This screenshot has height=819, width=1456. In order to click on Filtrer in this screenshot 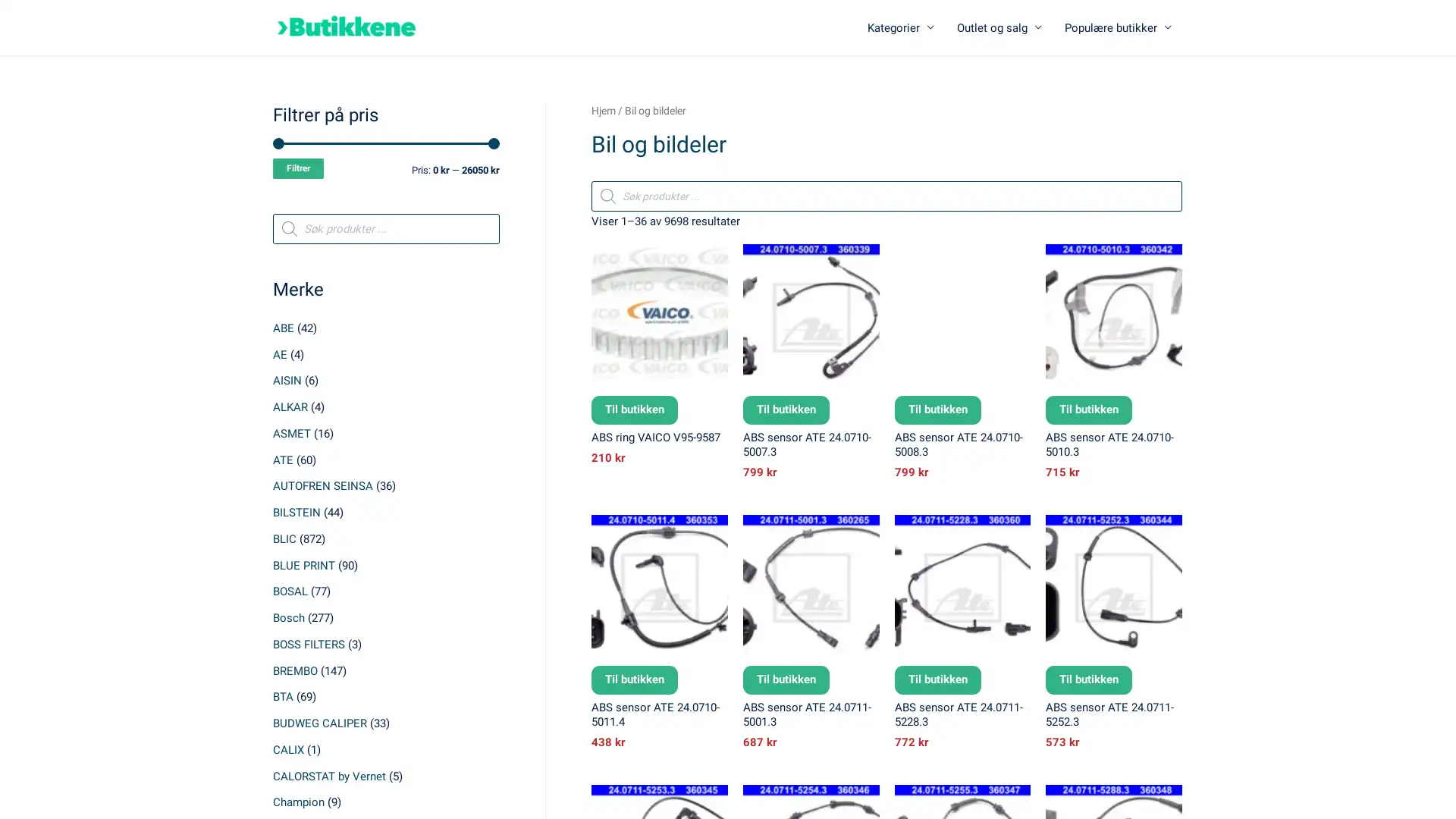, I will do `click(298, 168)`.